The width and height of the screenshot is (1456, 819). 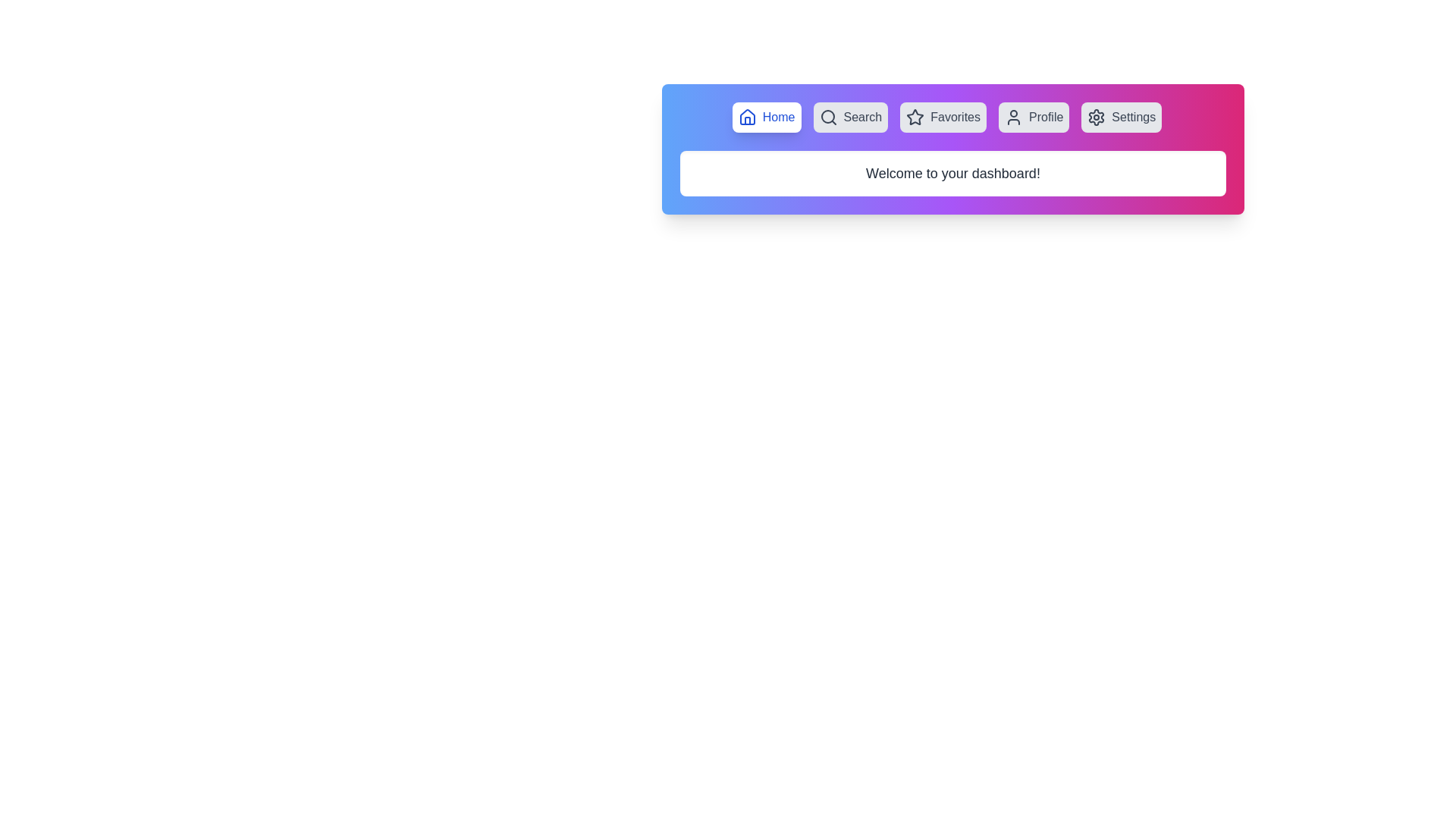 What do you see at coordinates (1033, 116) in the screenshot?
I see `the fourth button in the navigation bar, located between the 'Favorites' and 'Settings' buttons, to observe any hover effects` at bounding box center [1033, 116].